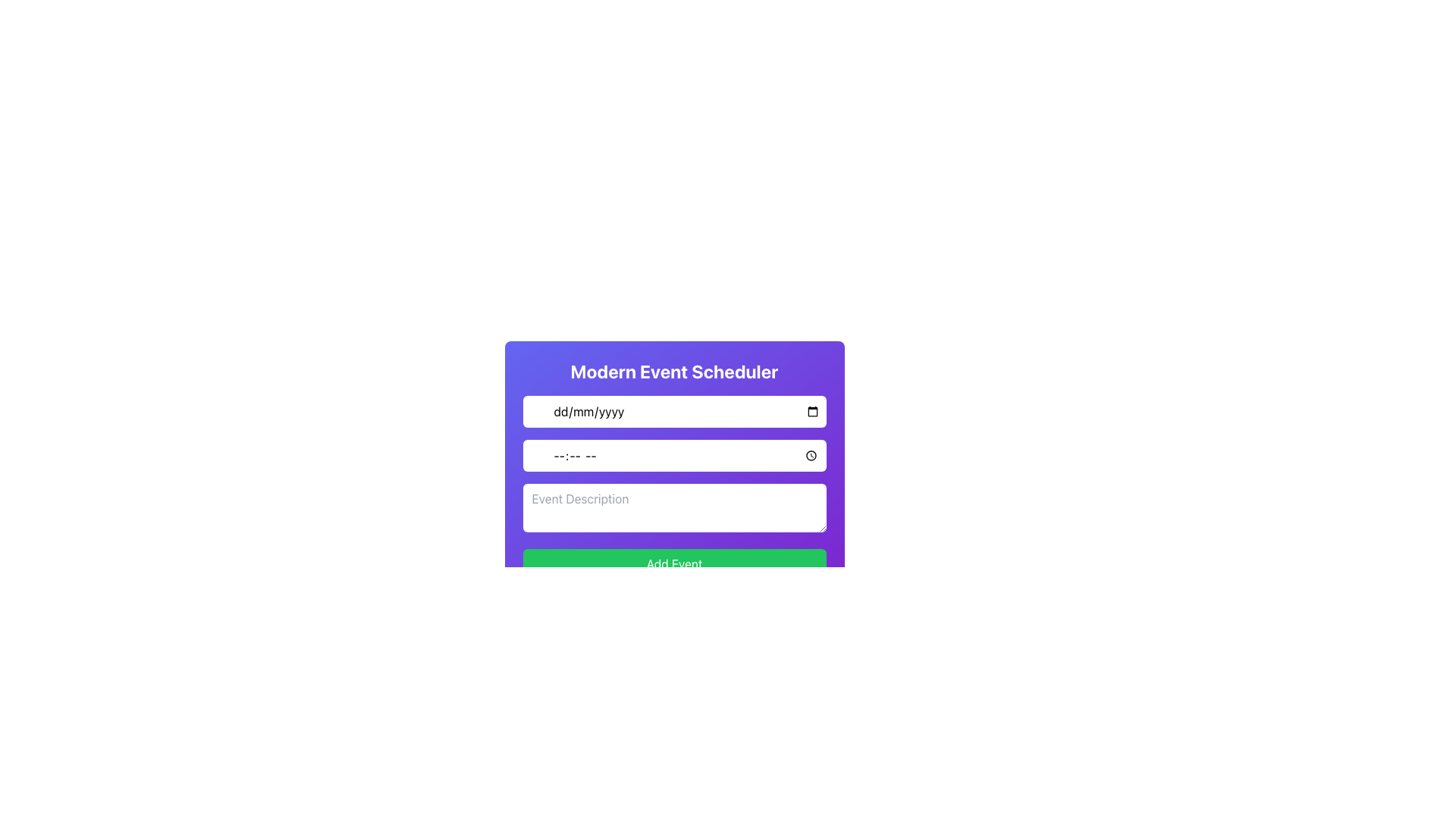 Image resolution: width=1456 pixels, height=819 pixels. I want to click on the Static Text Header that contains the text 'Modern Event Scheduler' styled in white on a purple gradient background, located at the top center of the form interface, so click(673, 371).